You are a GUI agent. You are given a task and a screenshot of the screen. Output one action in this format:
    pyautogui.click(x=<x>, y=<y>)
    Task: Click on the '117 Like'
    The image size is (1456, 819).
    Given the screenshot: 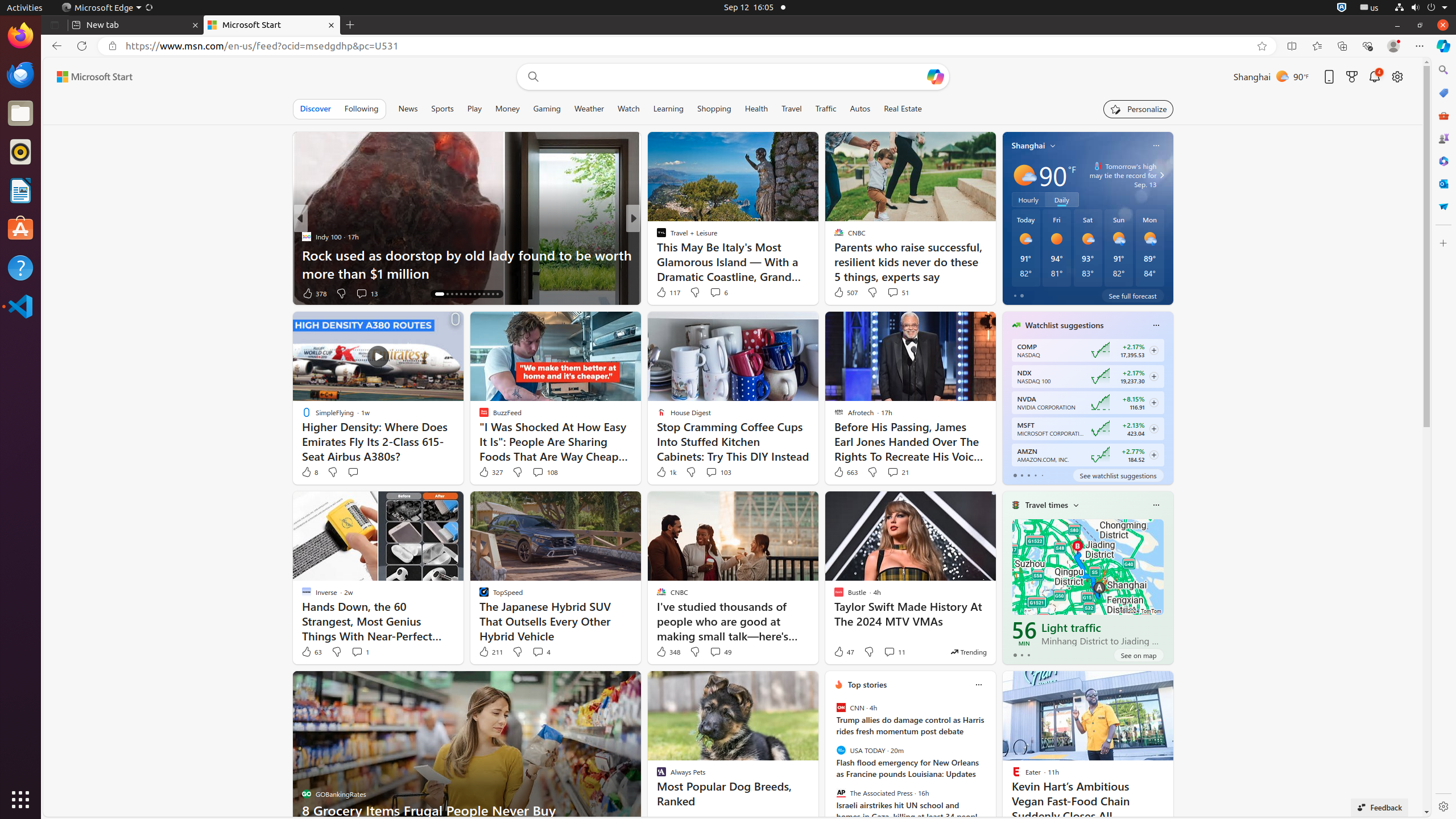 What is the action you would take?
    pyautogui.click(x=668, y=292)
    